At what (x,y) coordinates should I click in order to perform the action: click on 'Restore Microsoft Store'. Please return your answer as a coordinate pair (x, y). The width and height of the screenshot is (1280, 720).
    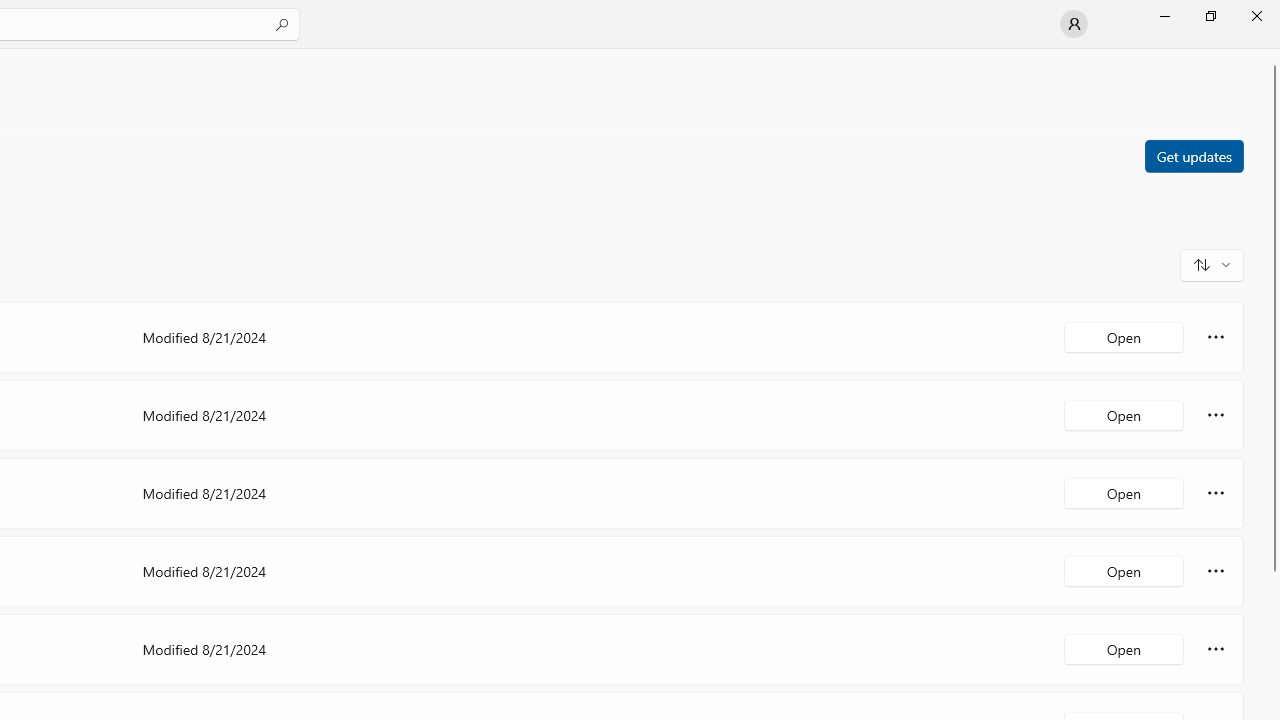
    Looking at the image, I should click on (1209, 15).